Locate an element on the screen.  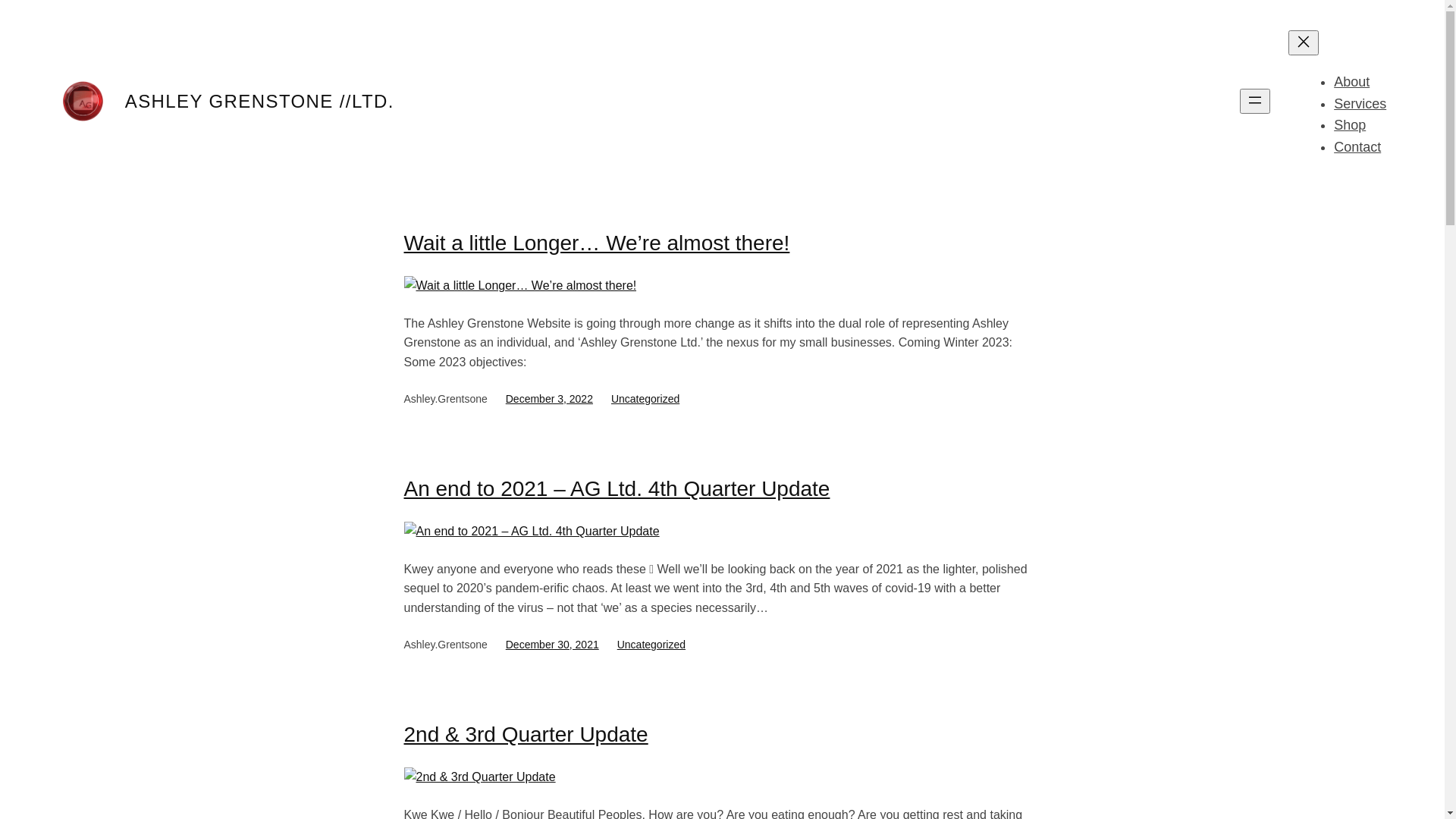
'ASHLEY GRENSTONE //LTD.' is located at coordinates (259, 101).